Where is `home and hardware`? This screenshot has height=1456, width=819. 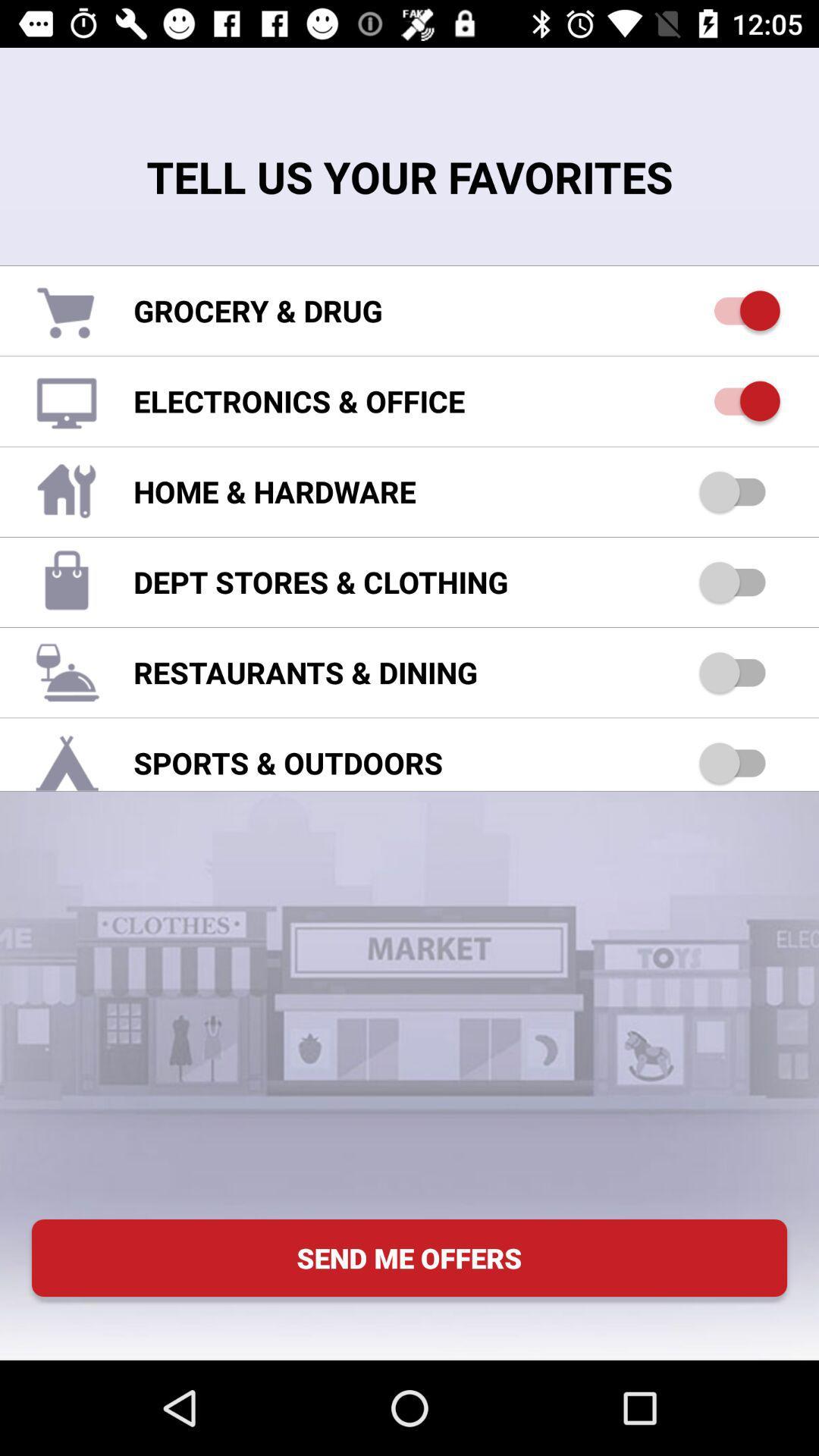
home and hardware is located at coordinates (739, 491).